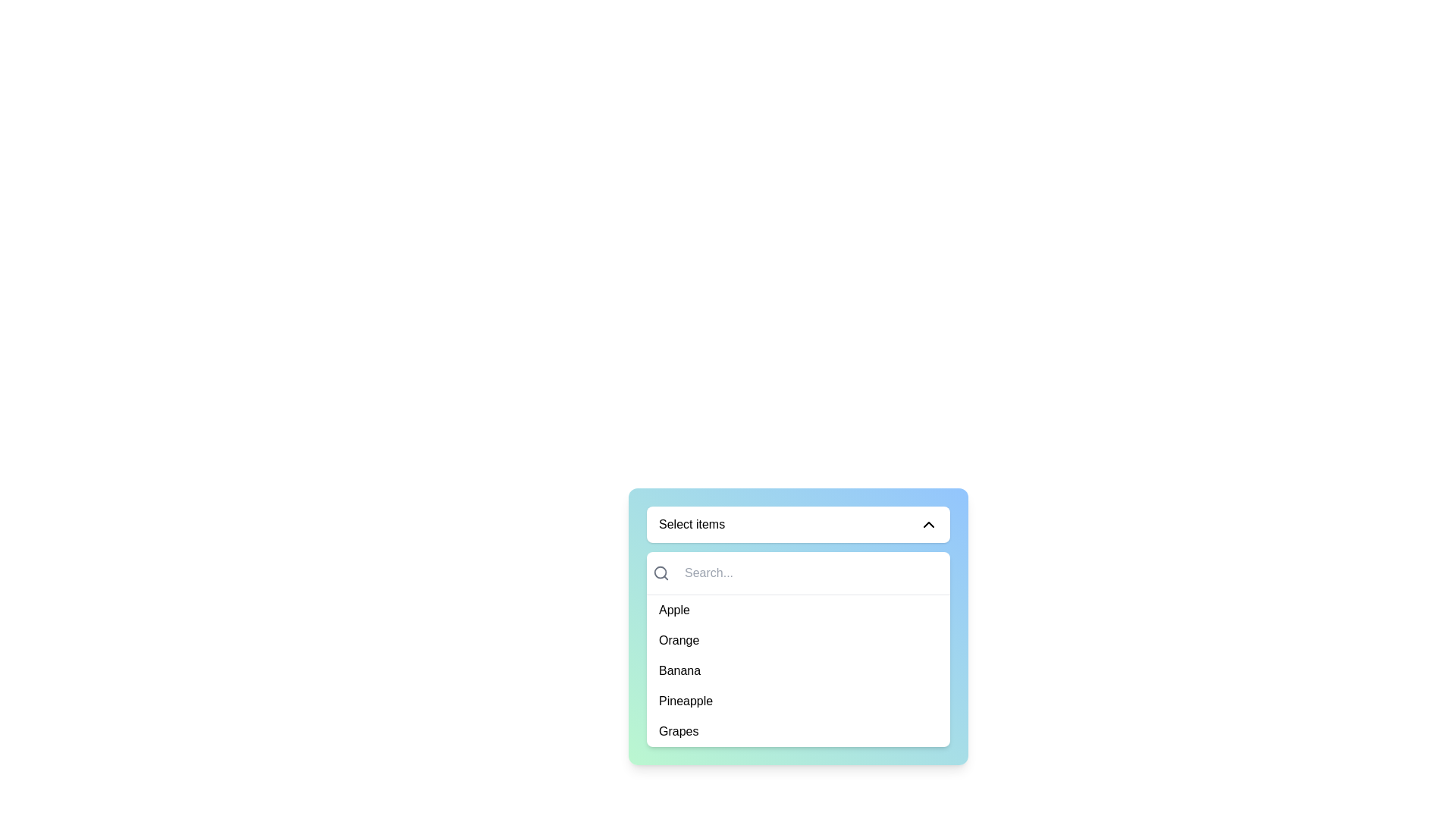  What do you see at coordinates (797, 701) in the screenshot?
I see `the dropdown menu option labeled 'Pineapple'` at bounding box center [797, 701].